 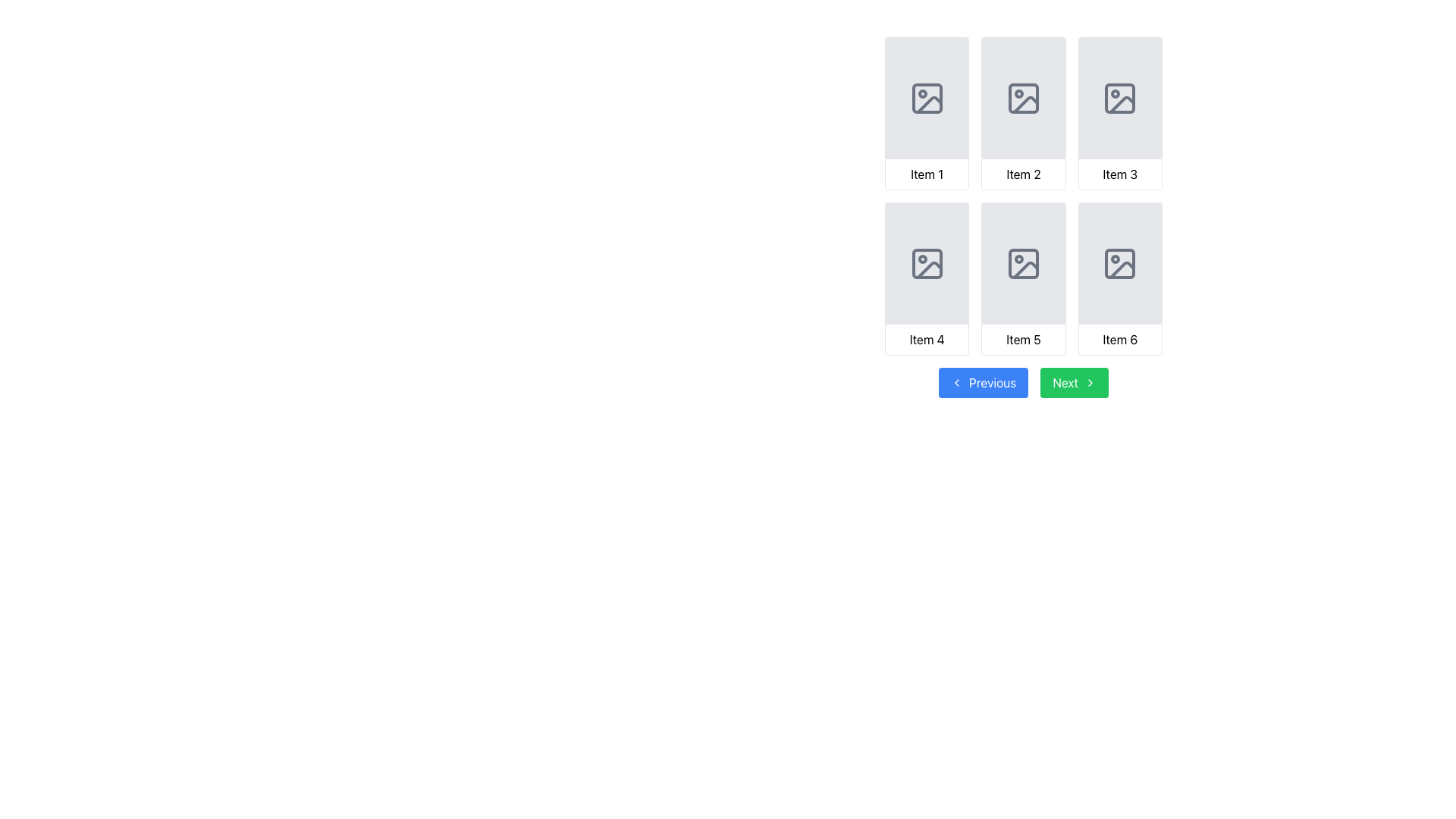 What do you see at coordinates (1023, 278) in the screenshot?
I see `label 'Item 5' on the card with a white background and light gray border, located in the second row, center column of the grid` at bounding box center [1023, 278].